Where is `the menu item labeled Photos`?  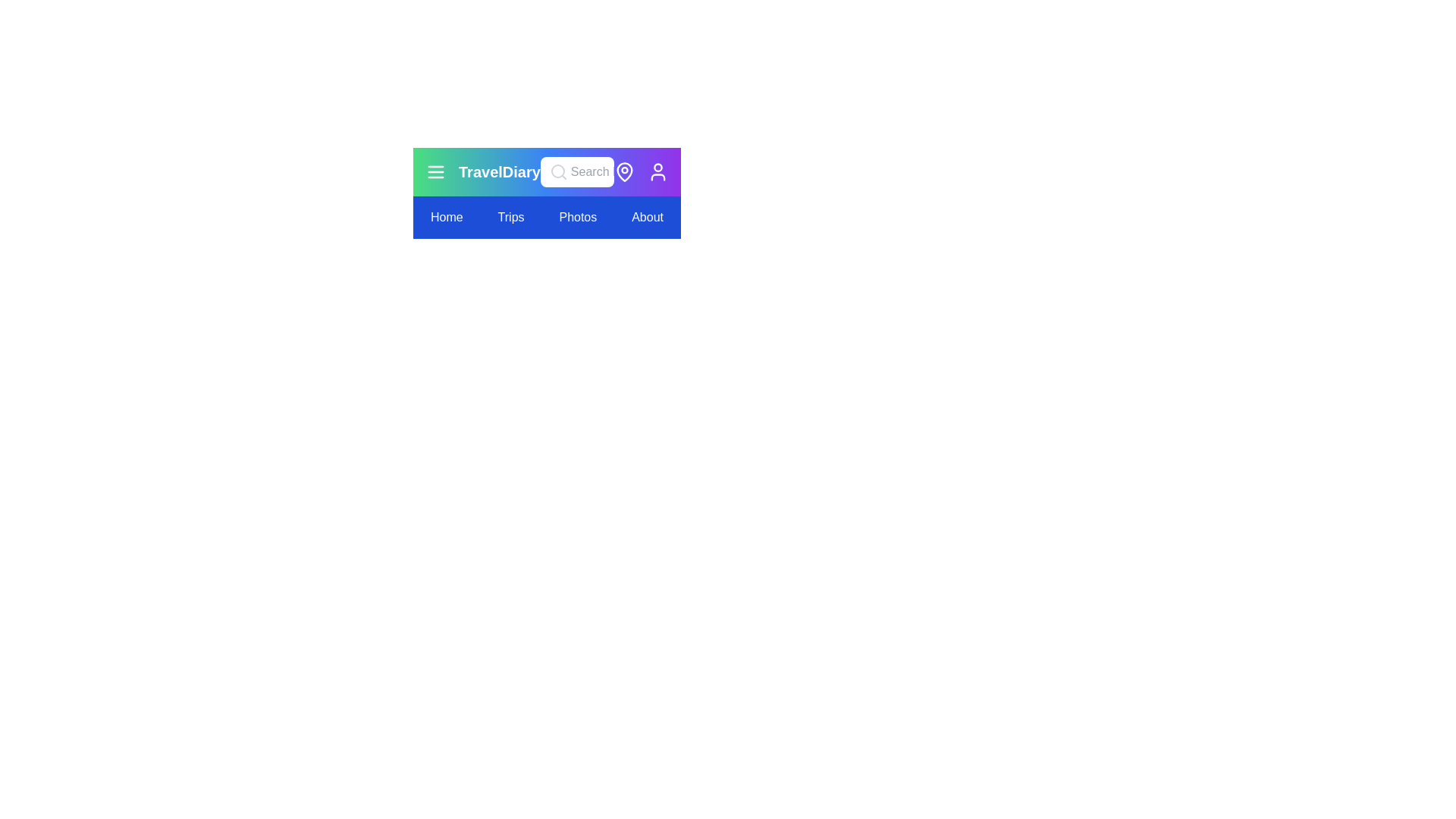 the menu item labeled Photos is located at coordinates (577, 217).